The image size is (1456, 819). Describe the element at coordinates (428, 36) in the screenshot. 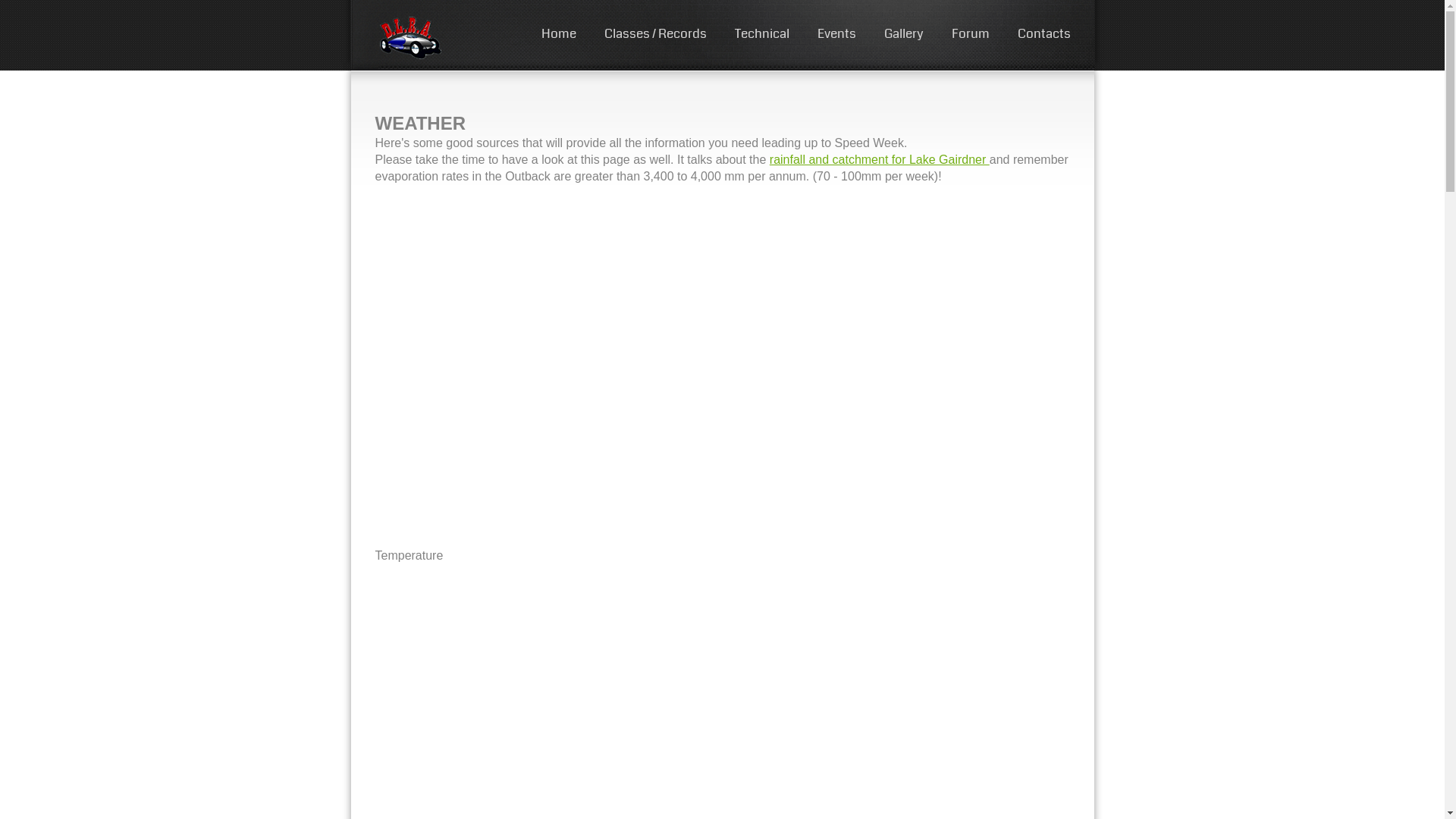

I see `'DLRA'` at that location.